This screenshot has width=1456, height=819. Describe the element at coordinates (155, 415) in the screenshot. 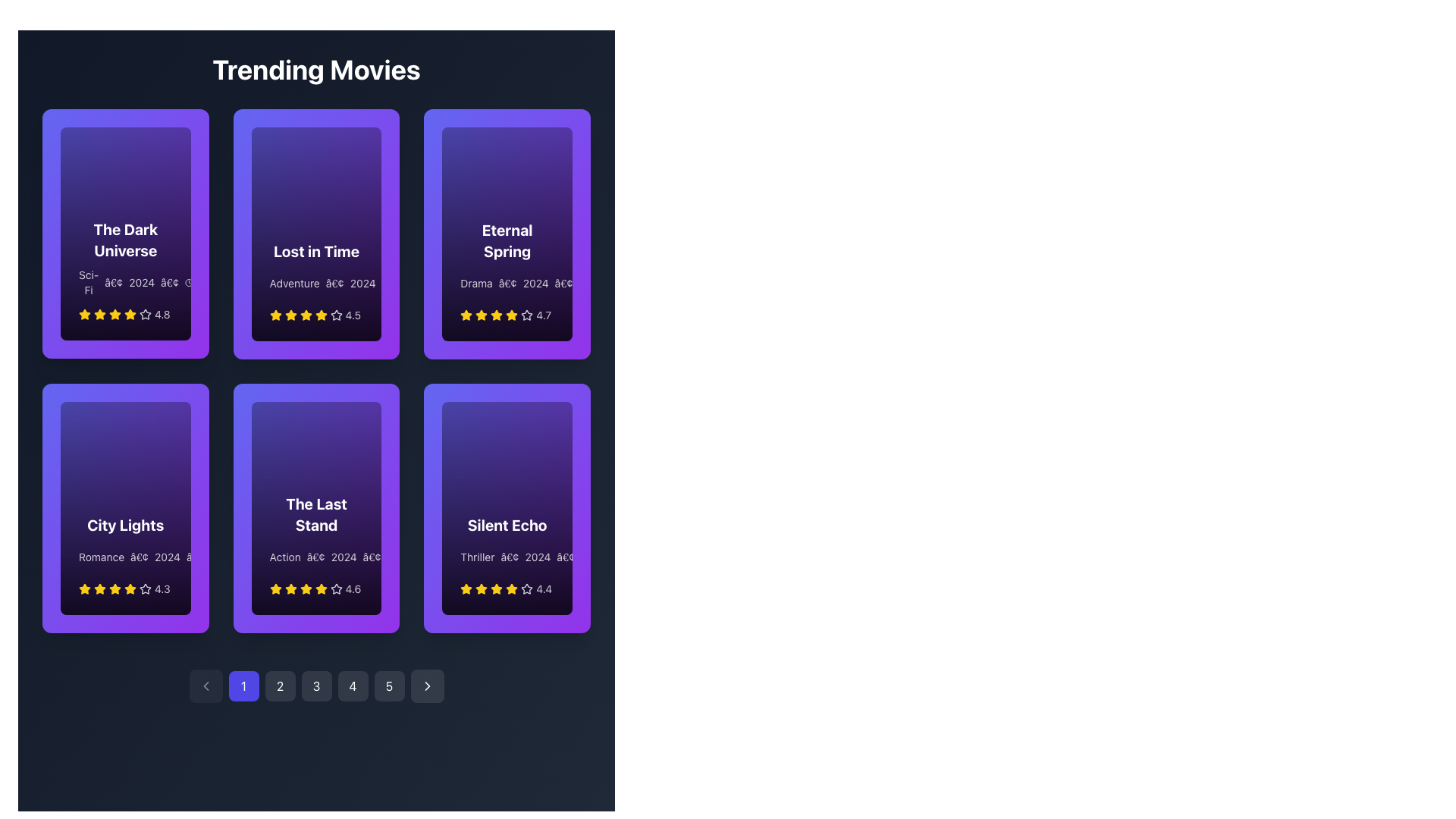

I see `the outermost circular outline of the Decorative SVG element located in the 'City Lights' movie card, positioned in the top-left corner of the second row and first column of the grid layout` at that location.